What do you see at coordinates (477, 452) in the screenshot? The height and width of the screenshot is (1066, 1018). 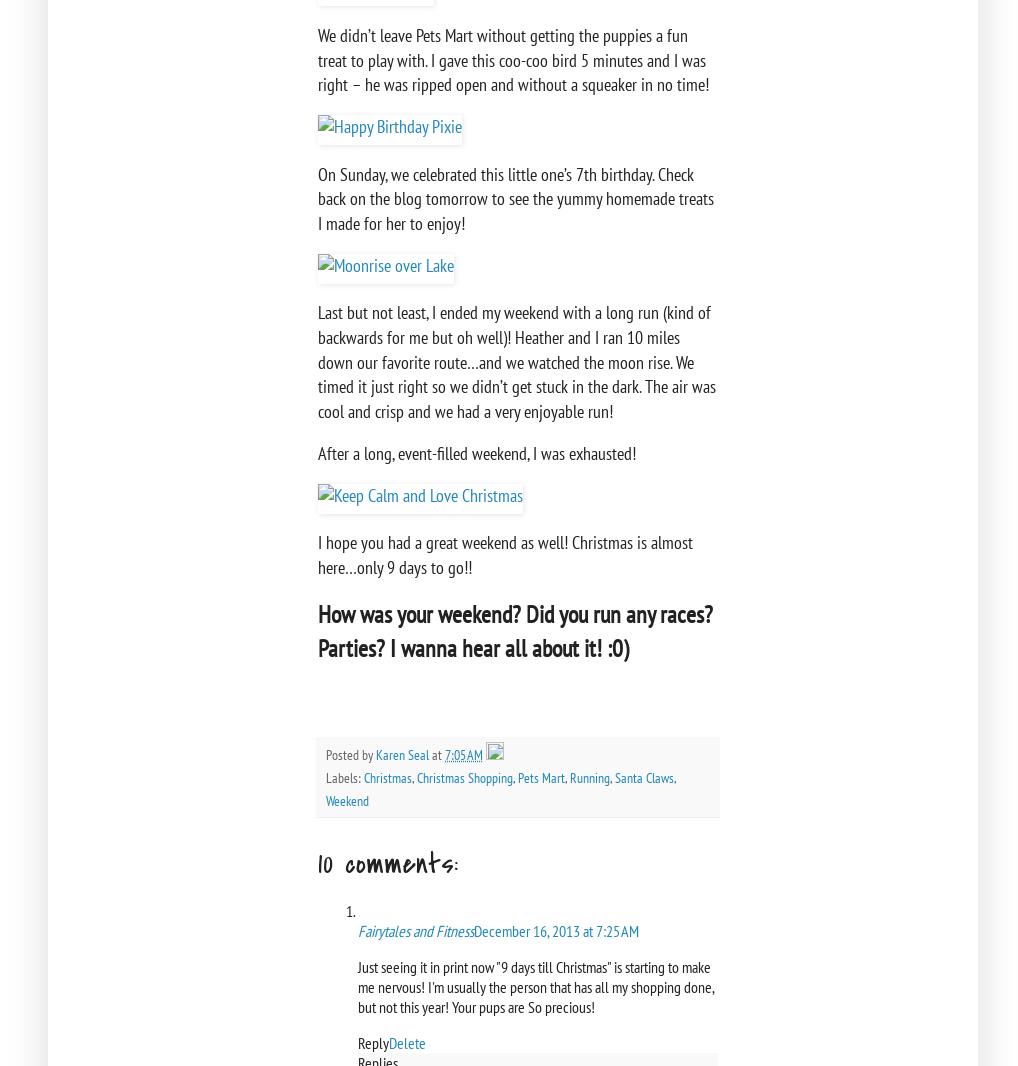 I see `'After a long, event-filled weekend, I was exhausted!'` at bounding box center [477, 452].